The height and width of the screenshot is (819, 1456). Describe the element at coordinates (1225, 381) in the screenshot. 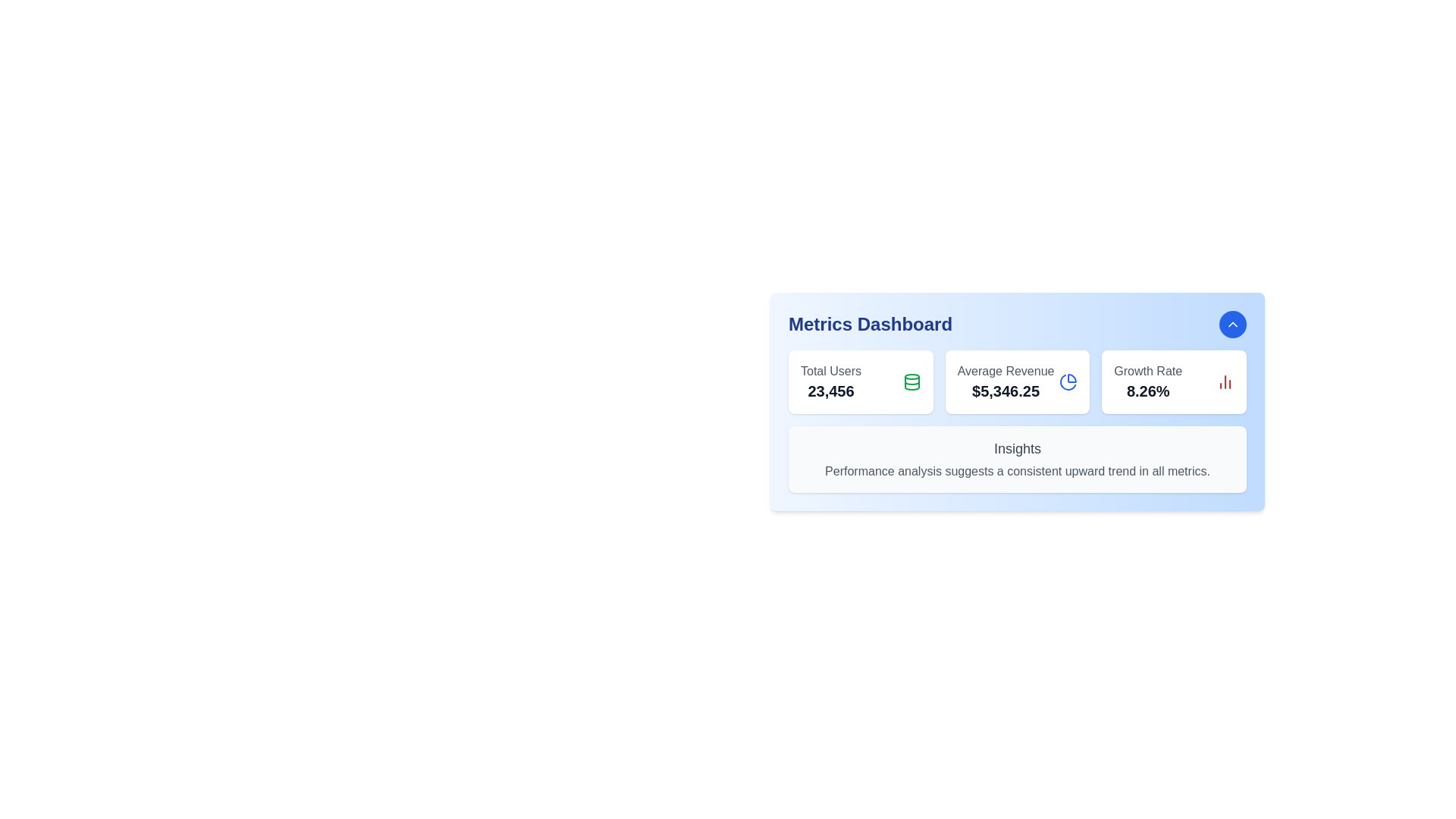

I see `the SVG Icon representing 'Growth Rate' located in the 'Metrics Dashboard', positioned to the right of the '8.26%' text` at that location.